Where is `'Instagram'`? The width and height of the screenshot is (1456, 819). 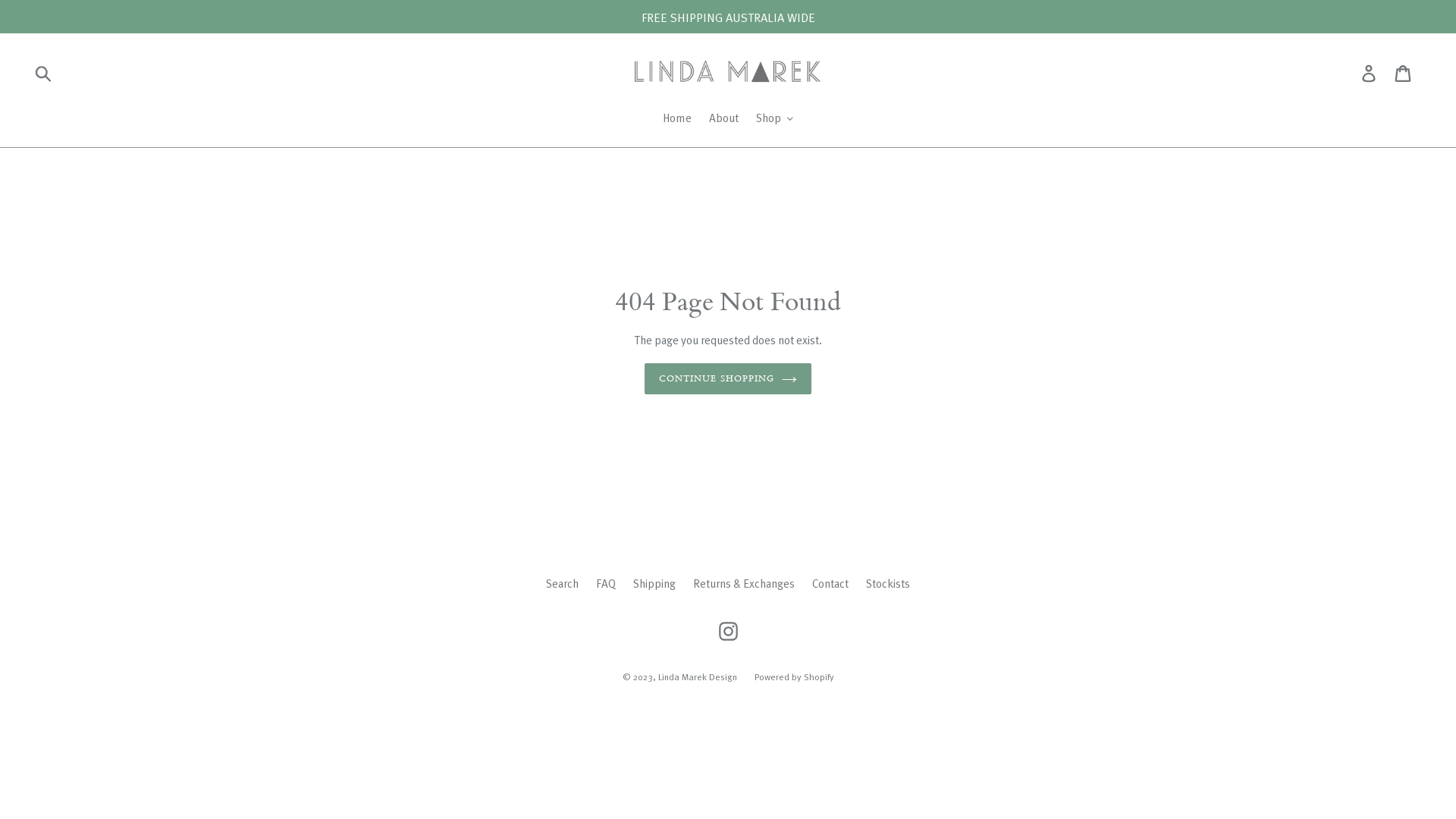
'Instagram' is located at coordinates (726, 631).